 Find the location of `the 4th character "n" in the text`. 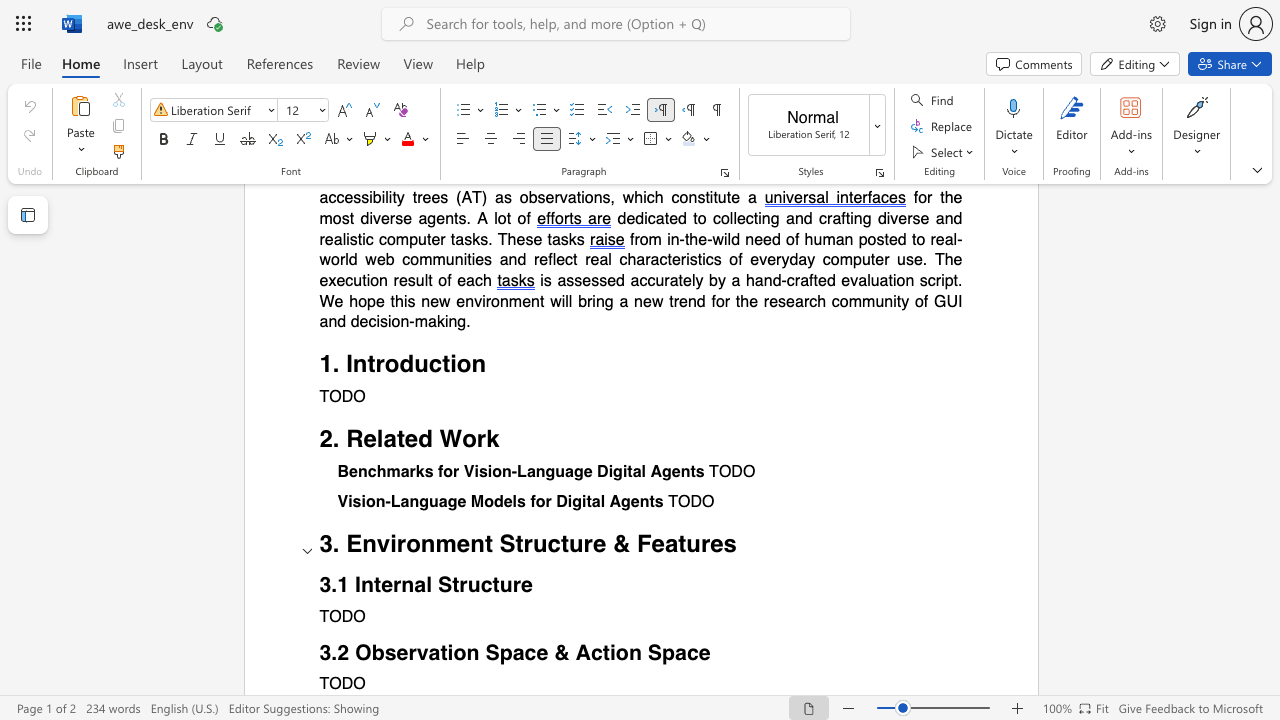

the 4th character "n" in the text is located at coordinates (685, 472).